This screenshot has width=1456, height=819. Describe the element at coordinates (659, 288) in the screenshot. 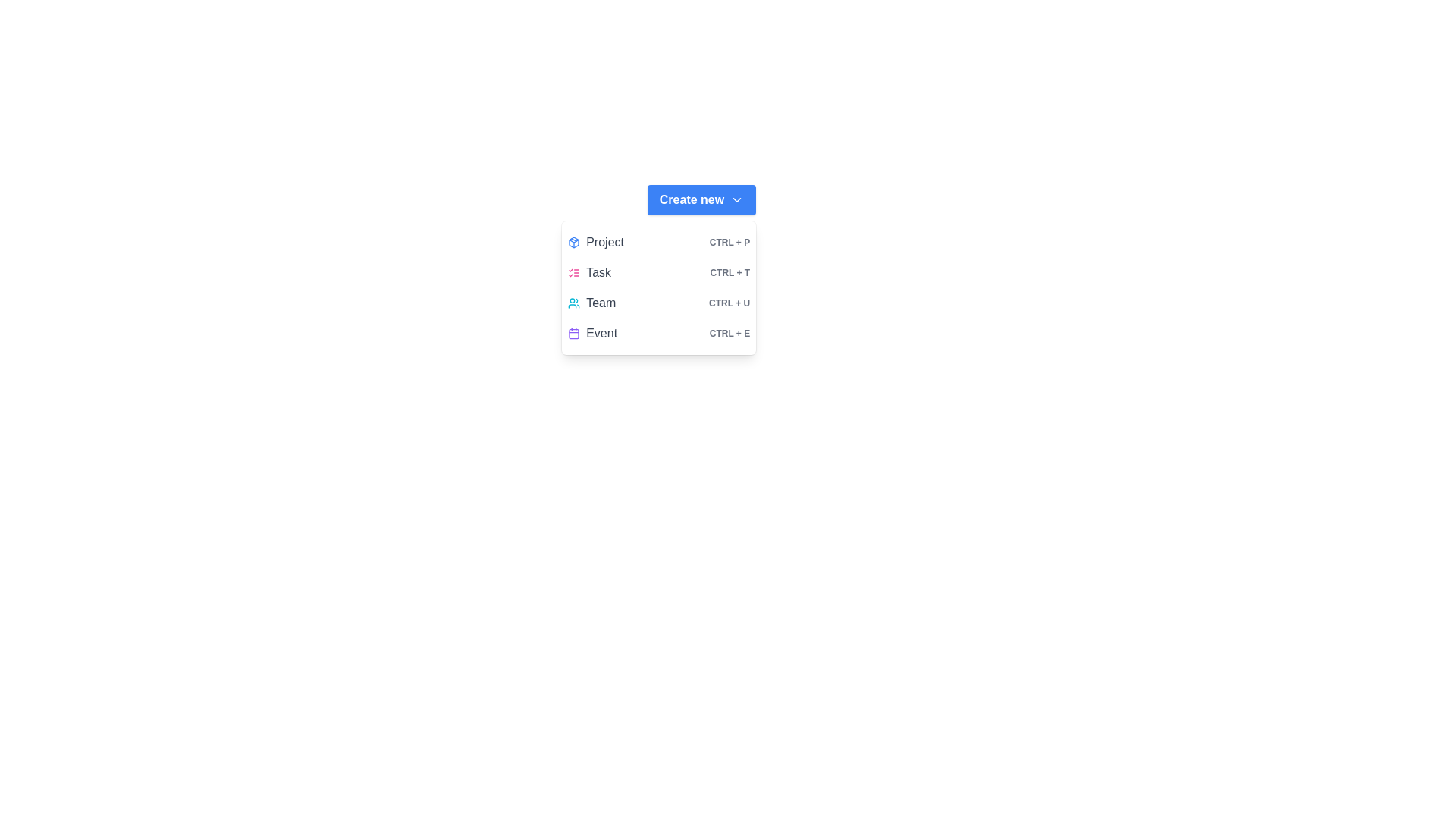

I see `the 'Team' option in the dropdown menu located below the 'Create new' button, which is the third item in the list` at that location.